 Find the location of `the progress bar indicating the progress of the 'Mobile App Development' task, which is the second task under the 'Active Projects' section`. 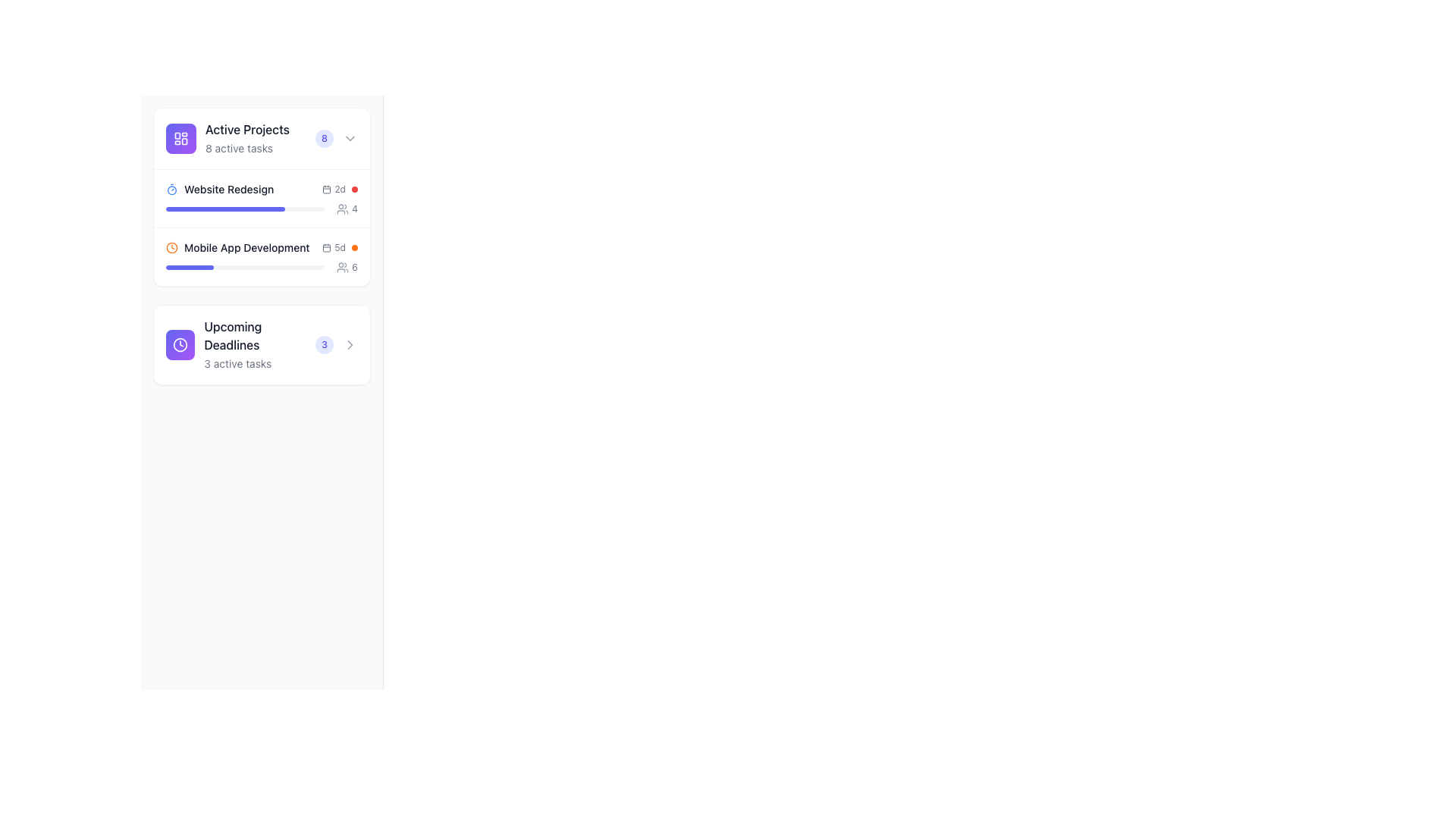

the progress bar indicating the progress of the 'Mobile App Development' task, which is the second task under the 'Active Projects' section is located at coordinates (262, 267).